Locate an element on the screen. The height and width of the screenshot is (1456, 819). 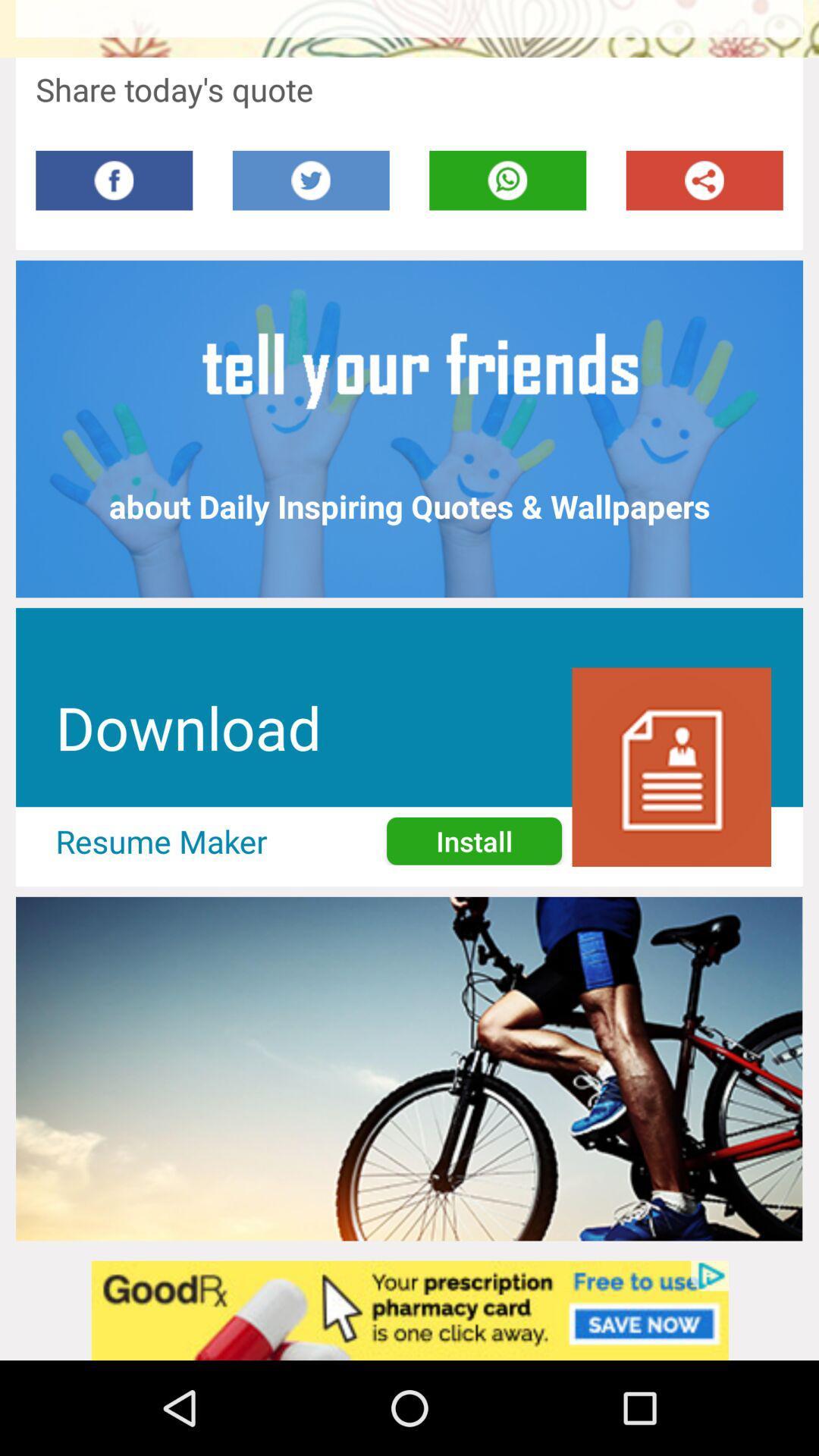
share the articles is located at coordinates (704, 180).